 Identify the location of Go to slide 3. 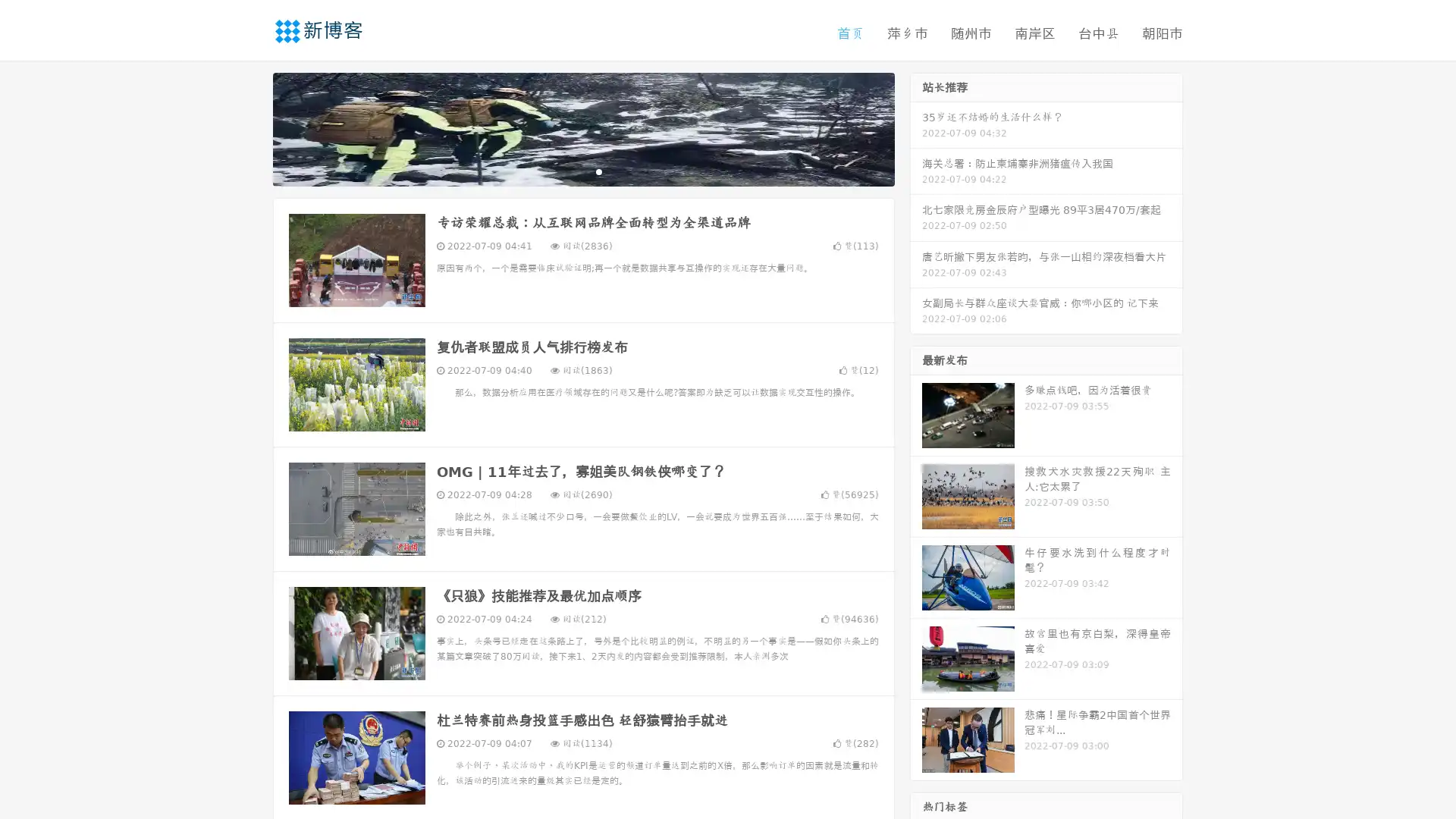
(598, 171).